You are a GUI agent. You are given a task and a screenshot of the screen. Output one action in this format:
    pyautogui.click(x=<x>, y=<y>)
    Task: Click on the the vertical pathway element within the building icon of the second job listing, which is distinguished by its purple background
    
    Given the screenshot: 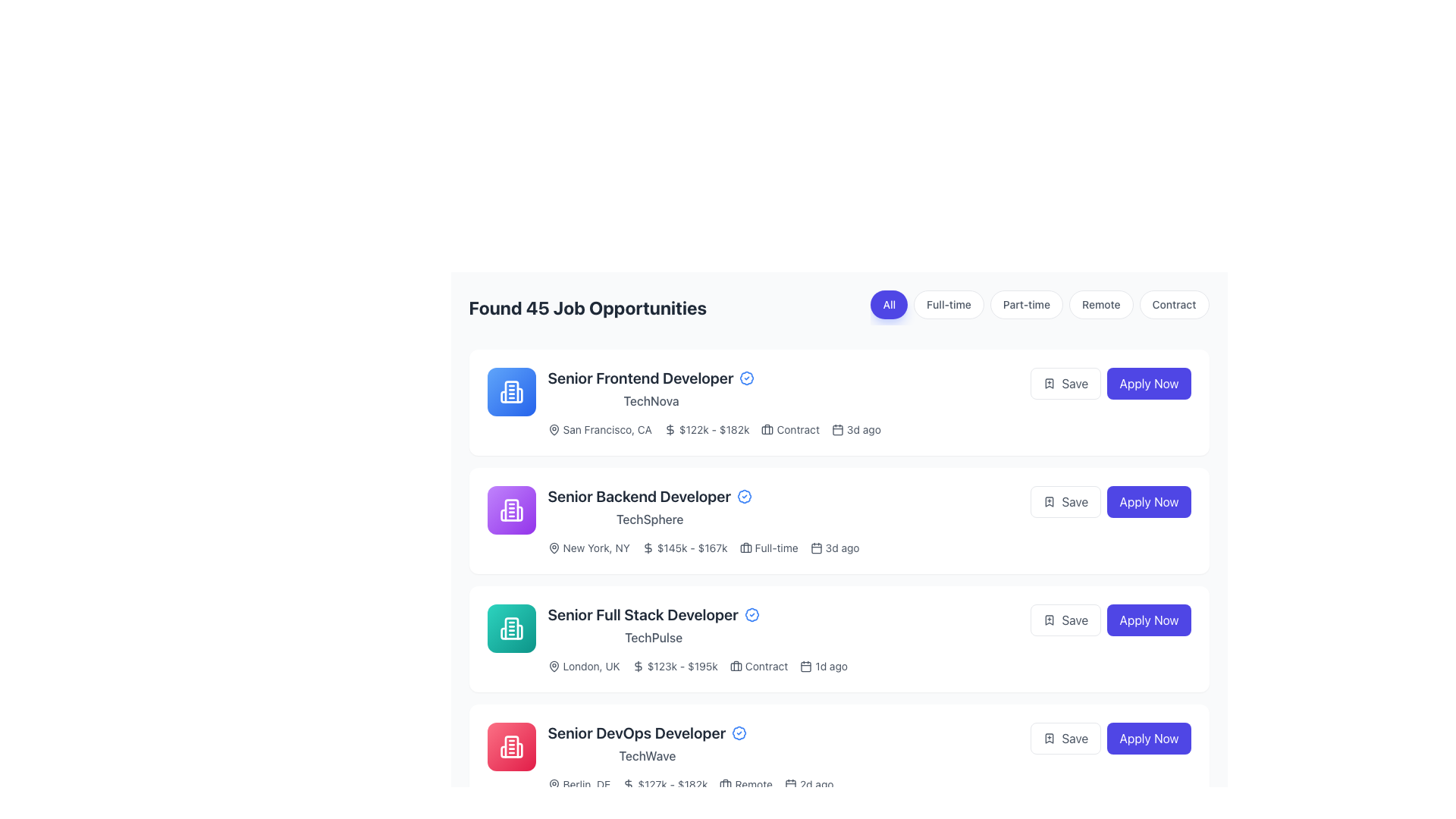 What is the action you would take?
    pyautogui.click(x=503, y=514)
    